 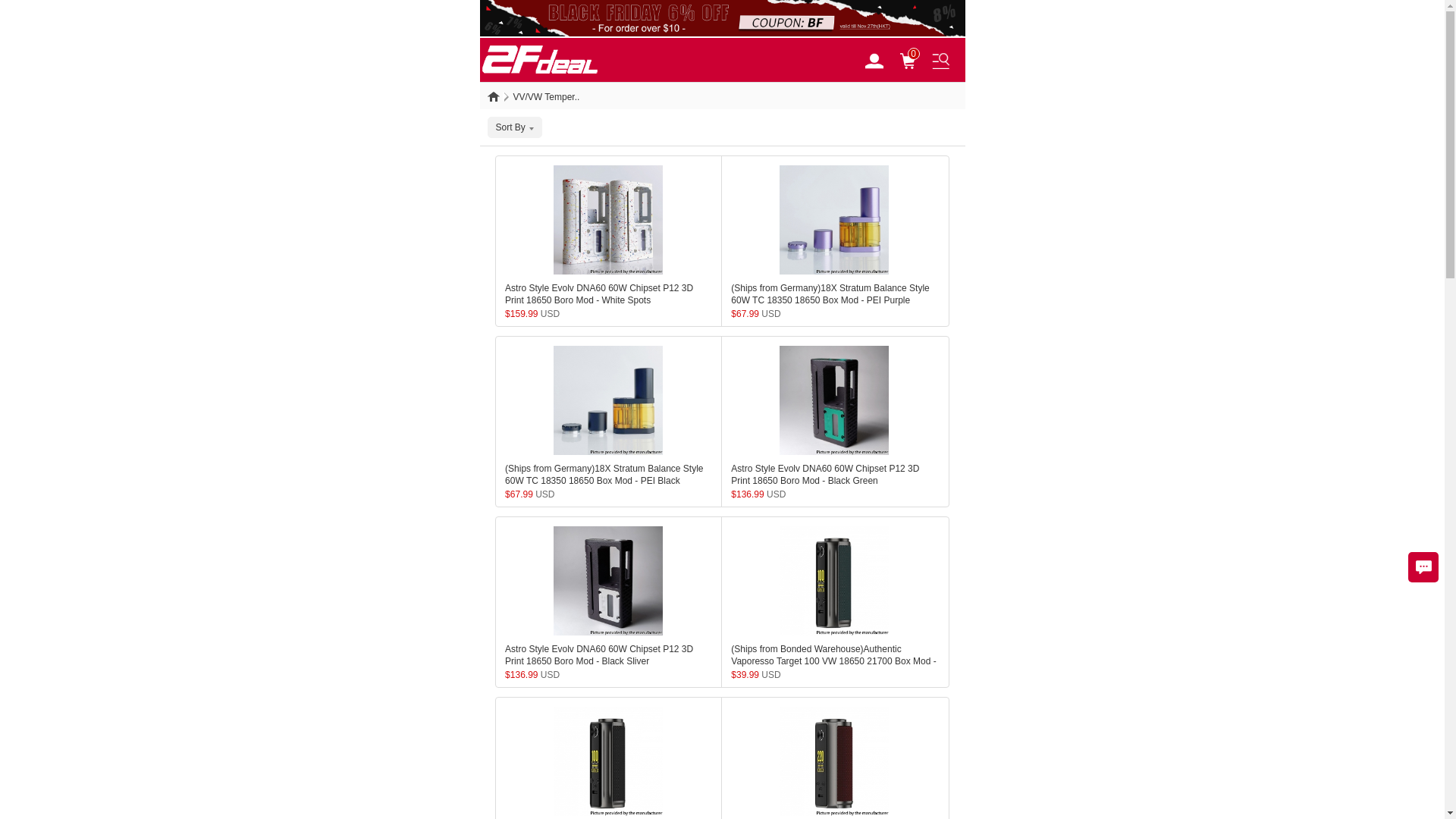 I want to click on '0', so click(x=913, y=58).